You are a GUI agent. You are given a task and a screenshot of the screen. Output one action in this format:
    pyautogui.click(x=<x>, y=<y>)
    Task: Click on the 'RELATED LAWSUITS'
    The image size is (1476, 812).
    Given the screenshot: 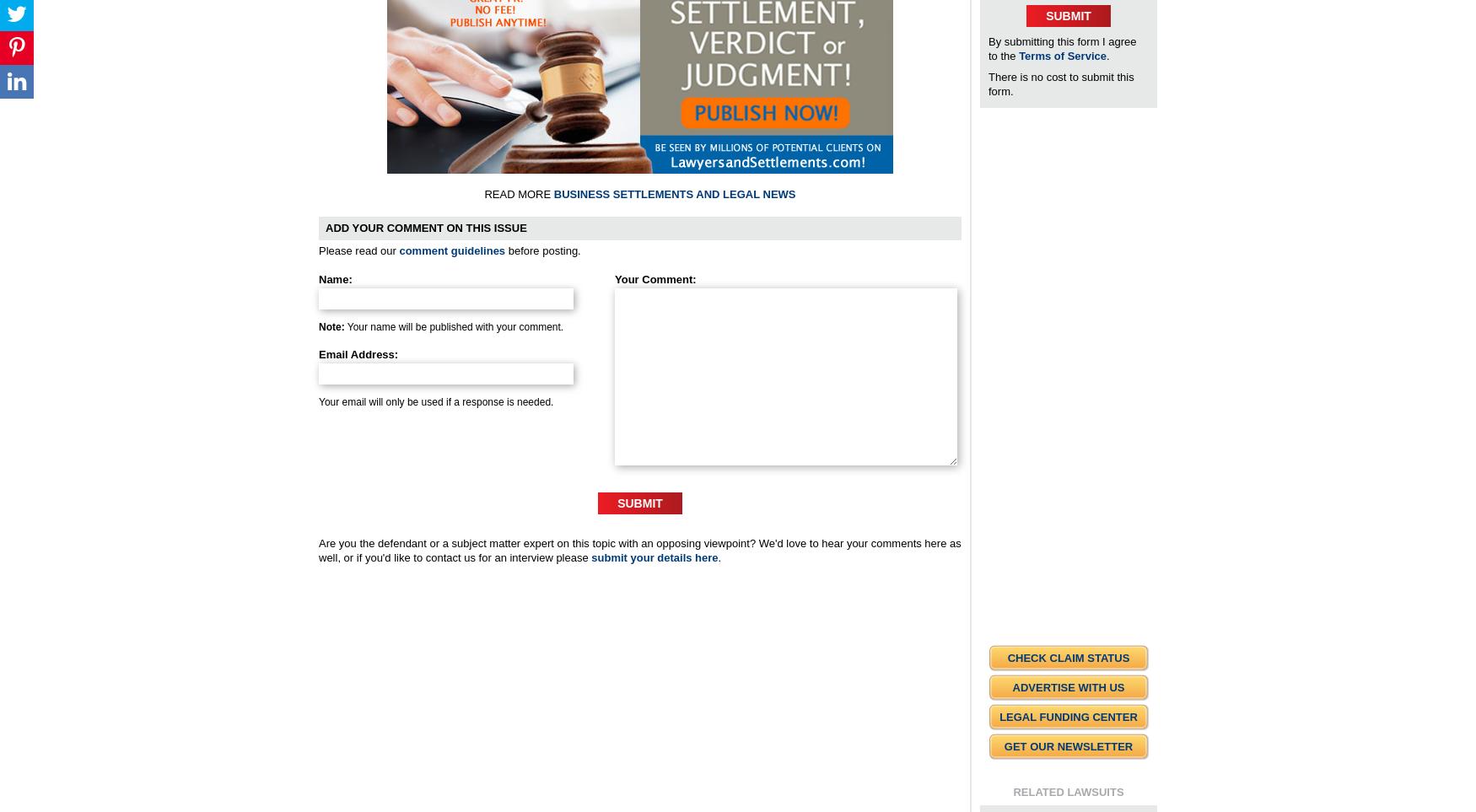 What is the action you would take?
    pyautogui.click(x=1067, y=792)
    